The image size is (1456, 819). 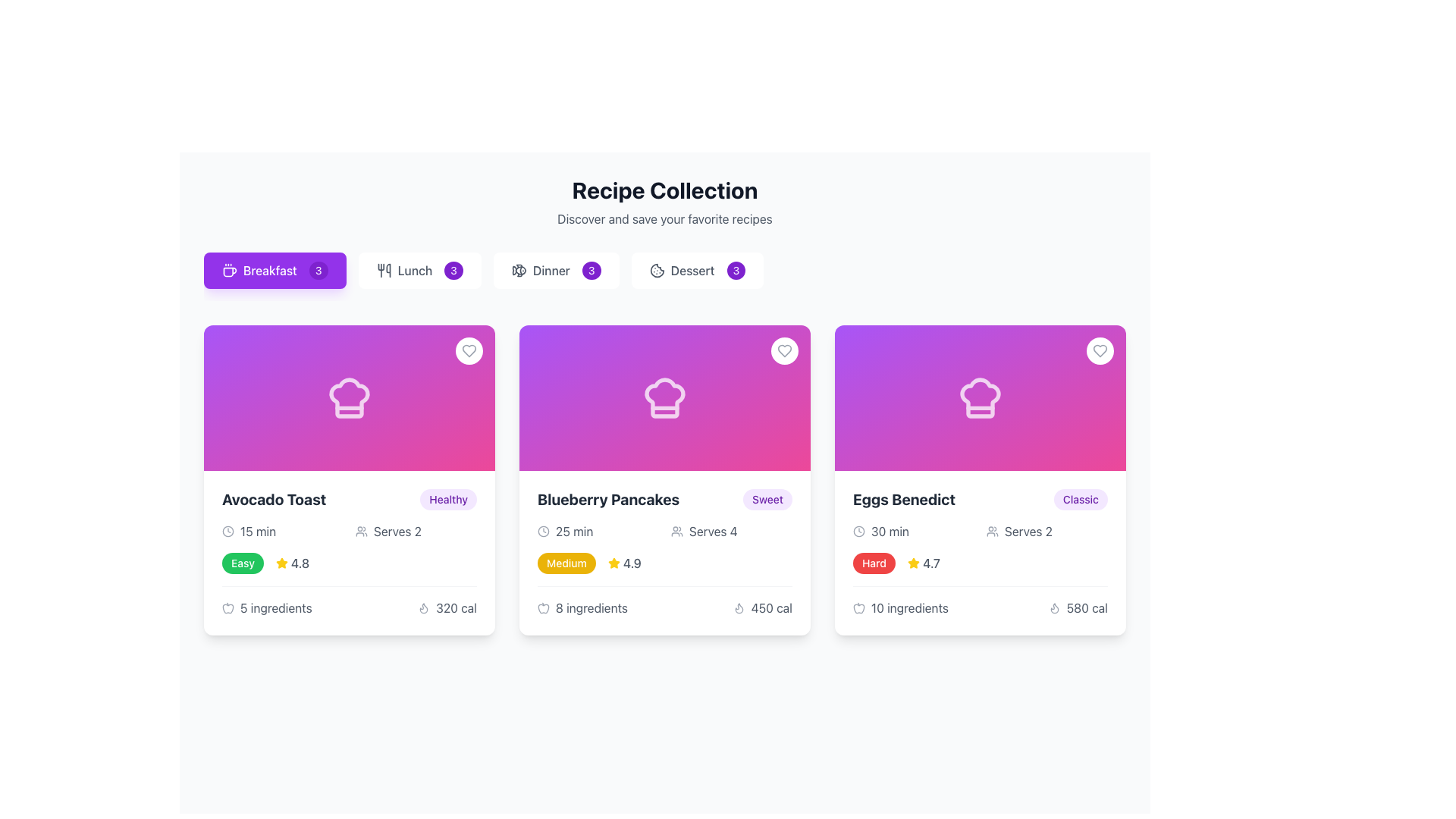 What do you see at coordinates (555, 270) in the screenshot?
I see `the 'Dinner' button, which has a white background, a fish icon on the left, and a purple badge with '3', to filter recipes` at bounding box center [555, 270].